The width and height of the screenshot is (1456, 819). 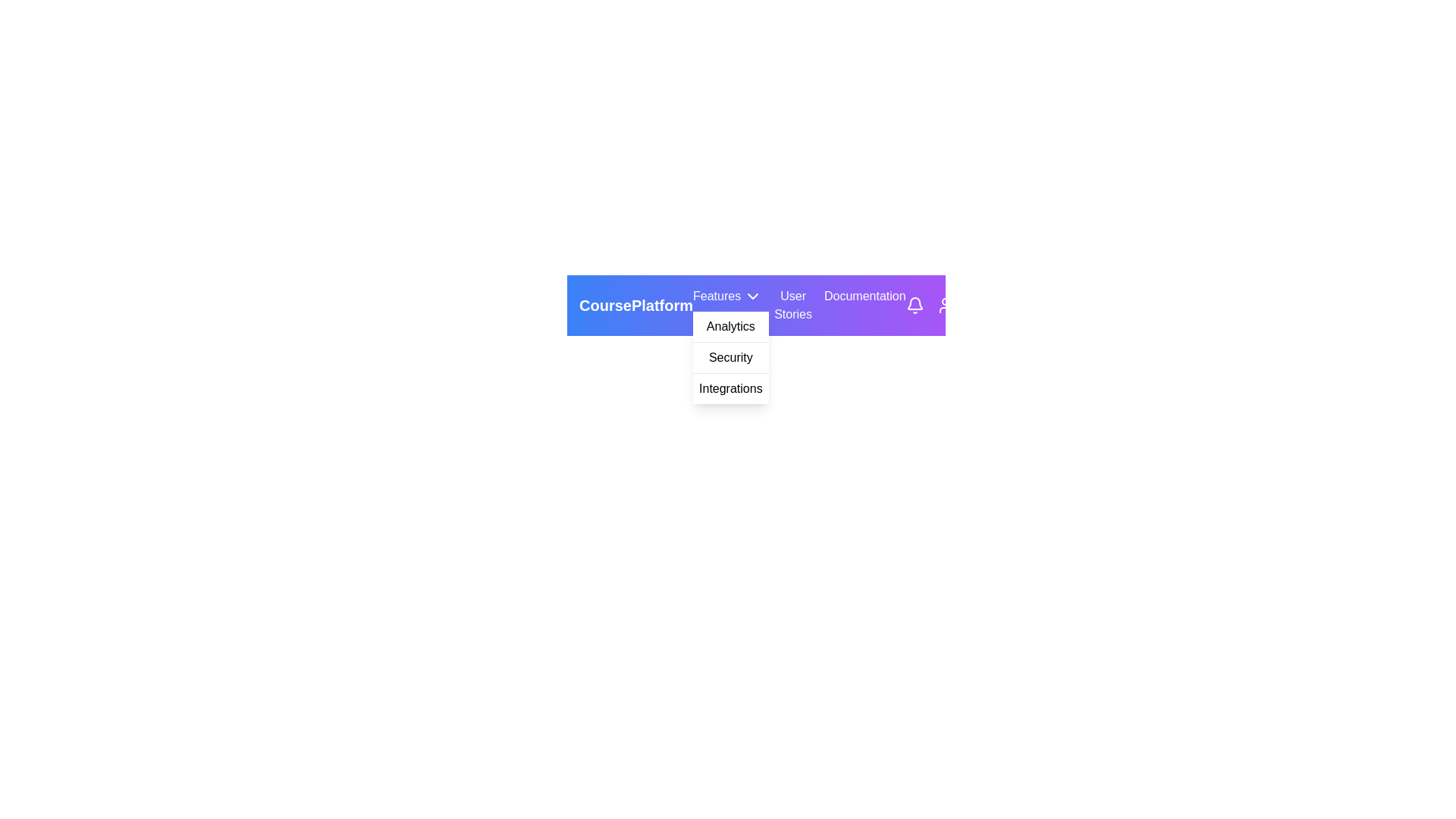 I want to click on the 'Documentation' text label, which is a white font on a purple gradient background, located in the top-right part of the navigation bar, so click(x=864, y=305).